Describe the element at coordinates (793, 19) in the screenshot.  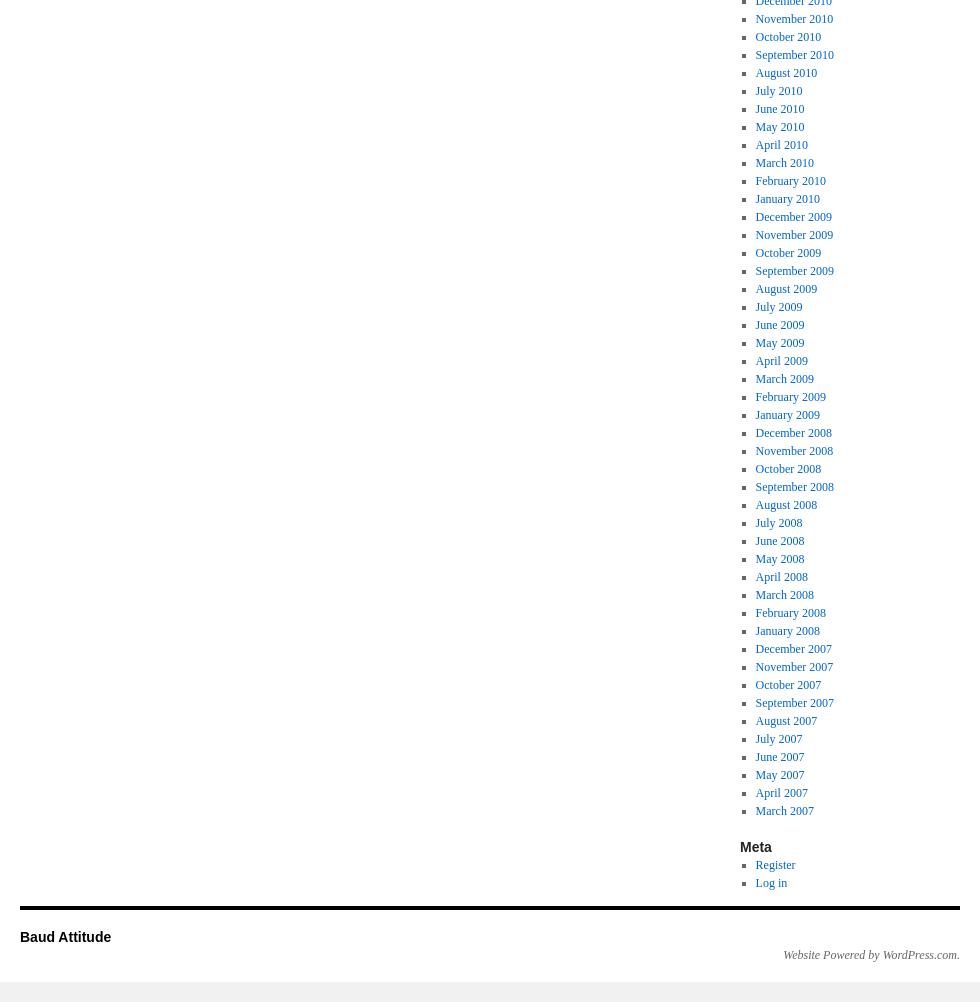
I see `'November 2010'` at that location.